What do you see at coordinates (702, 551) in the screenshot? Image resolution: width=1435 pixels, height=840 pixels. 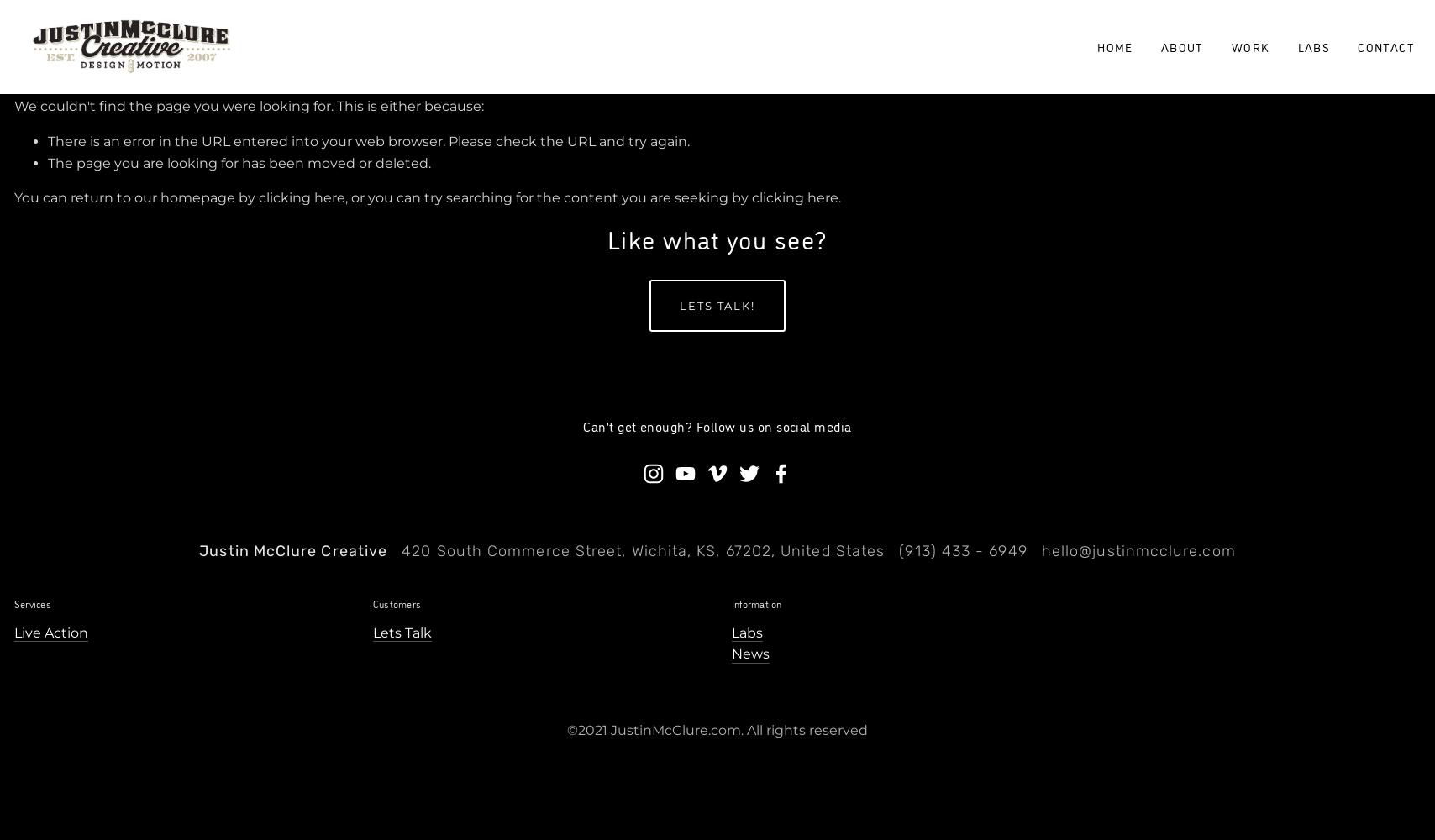 I see `'Wichita, KS, 67202,'` at bounding box center [702, 551].